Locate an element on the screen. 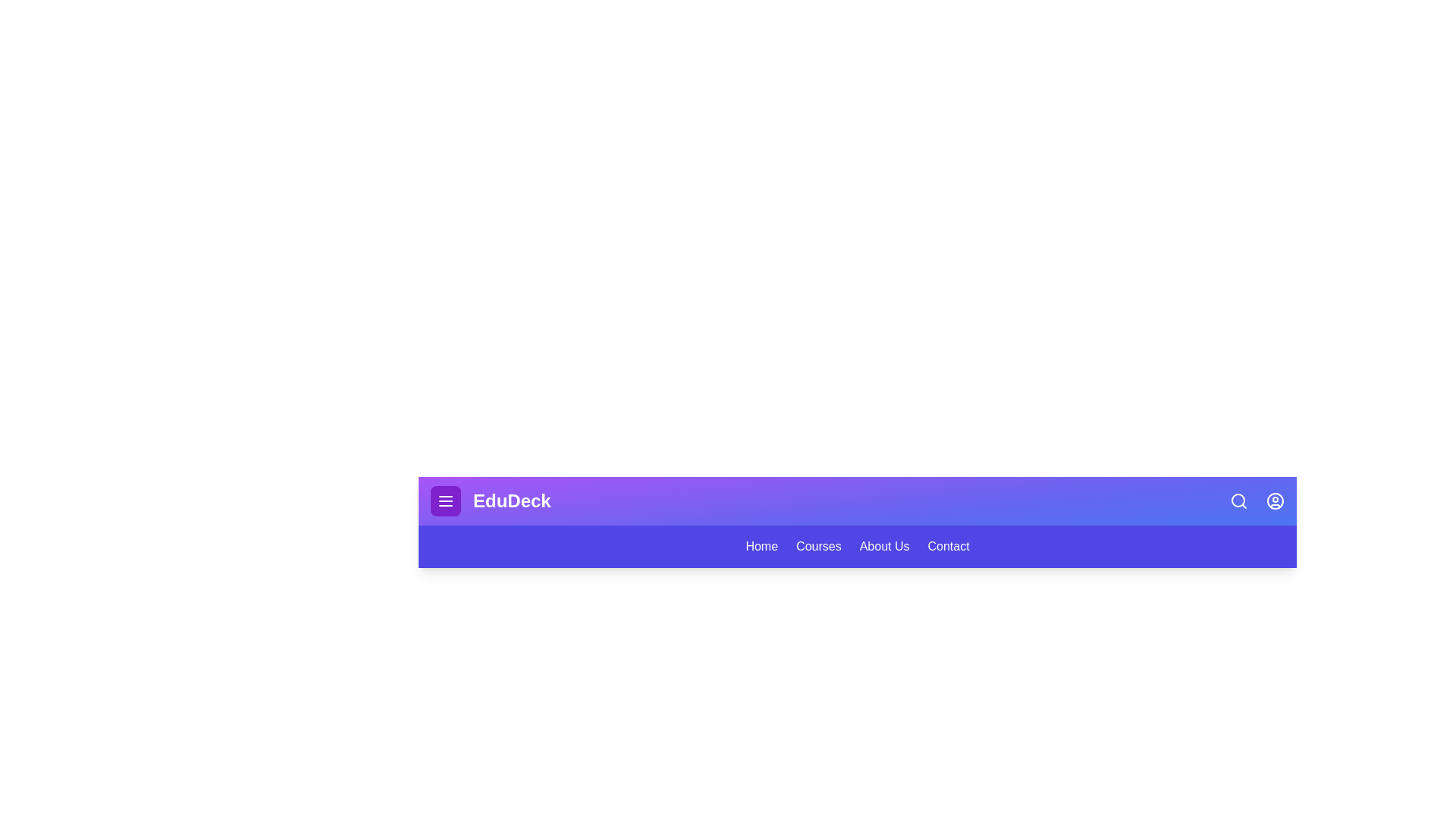 The width and height of the screenshot is (1456, 819). the menu item labeled Contact to navigate to the corresponding section is located at coordinates (948, 547).